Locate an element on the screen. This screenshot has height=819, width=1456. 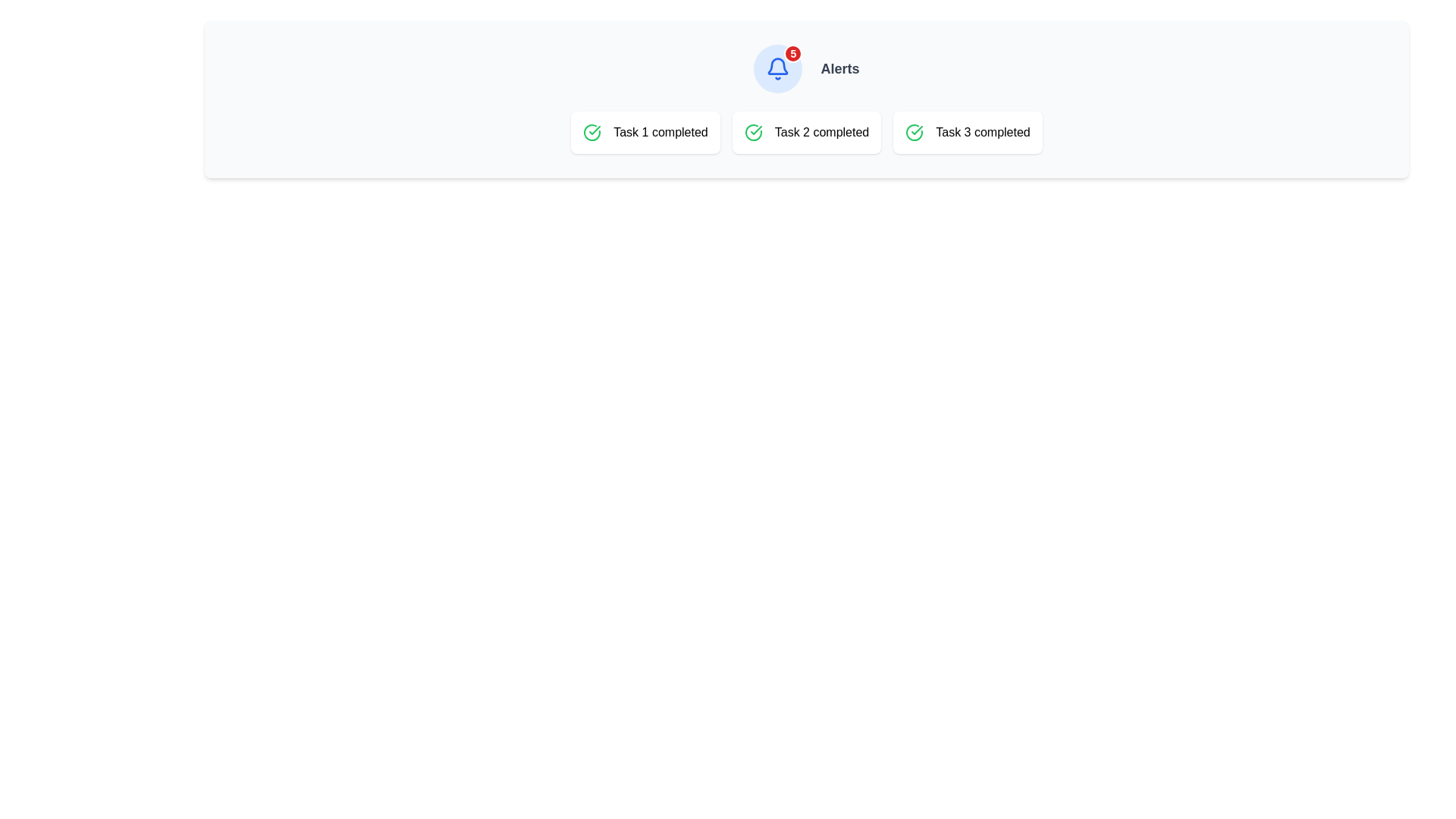
the circular green checkmark icon indicating confirmation, located at the leftmost position of the card labeled 'Task 3 completed' is located at coordinates (914, 131).